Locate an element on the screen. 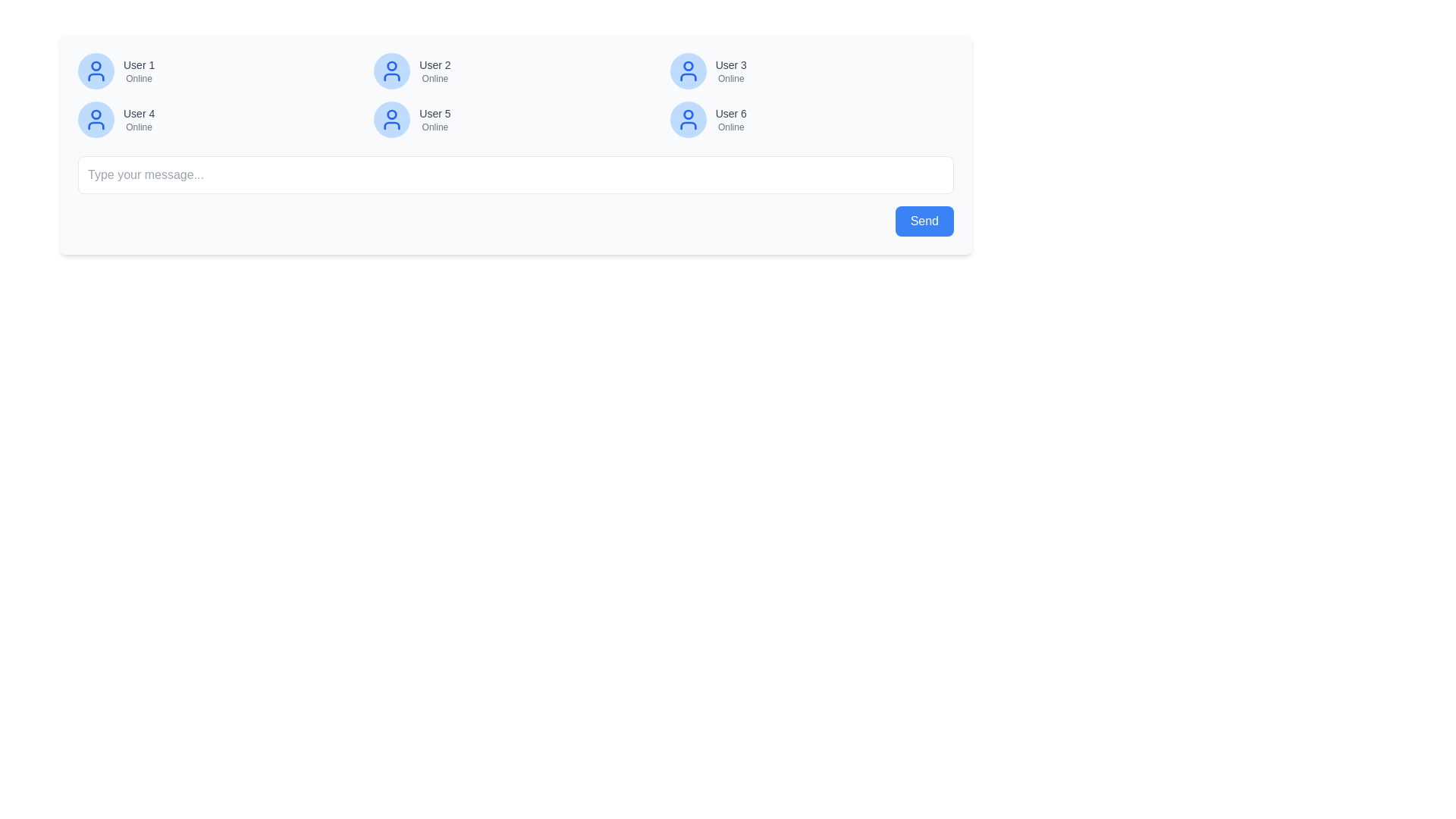  the user icon styled with a blue circular outline that represents 'User 4', located directly above the text indicating their online status is located at coordinates (95, 119).